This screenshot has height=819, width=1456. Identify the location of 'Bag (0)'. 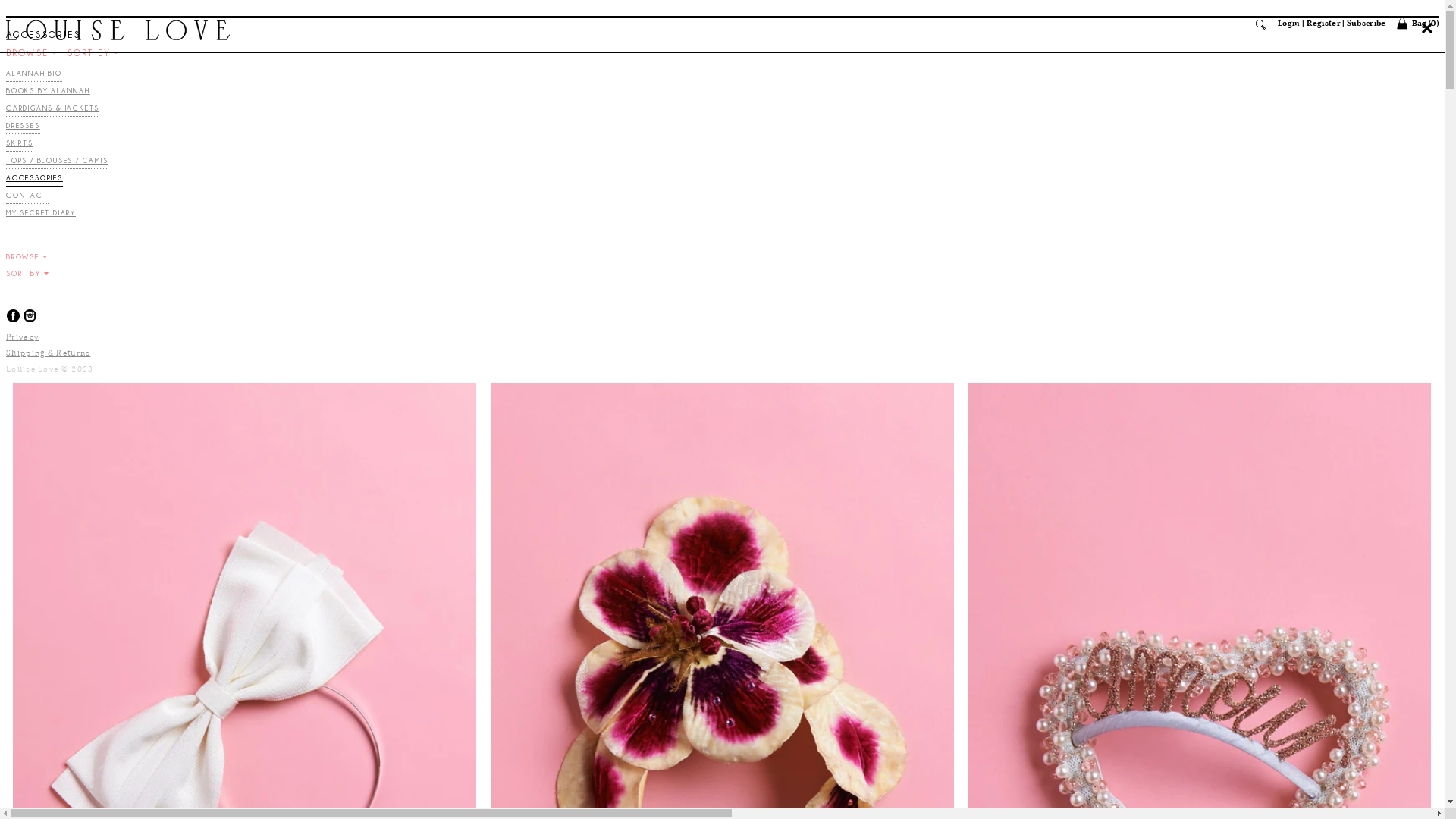
(1416, 23).